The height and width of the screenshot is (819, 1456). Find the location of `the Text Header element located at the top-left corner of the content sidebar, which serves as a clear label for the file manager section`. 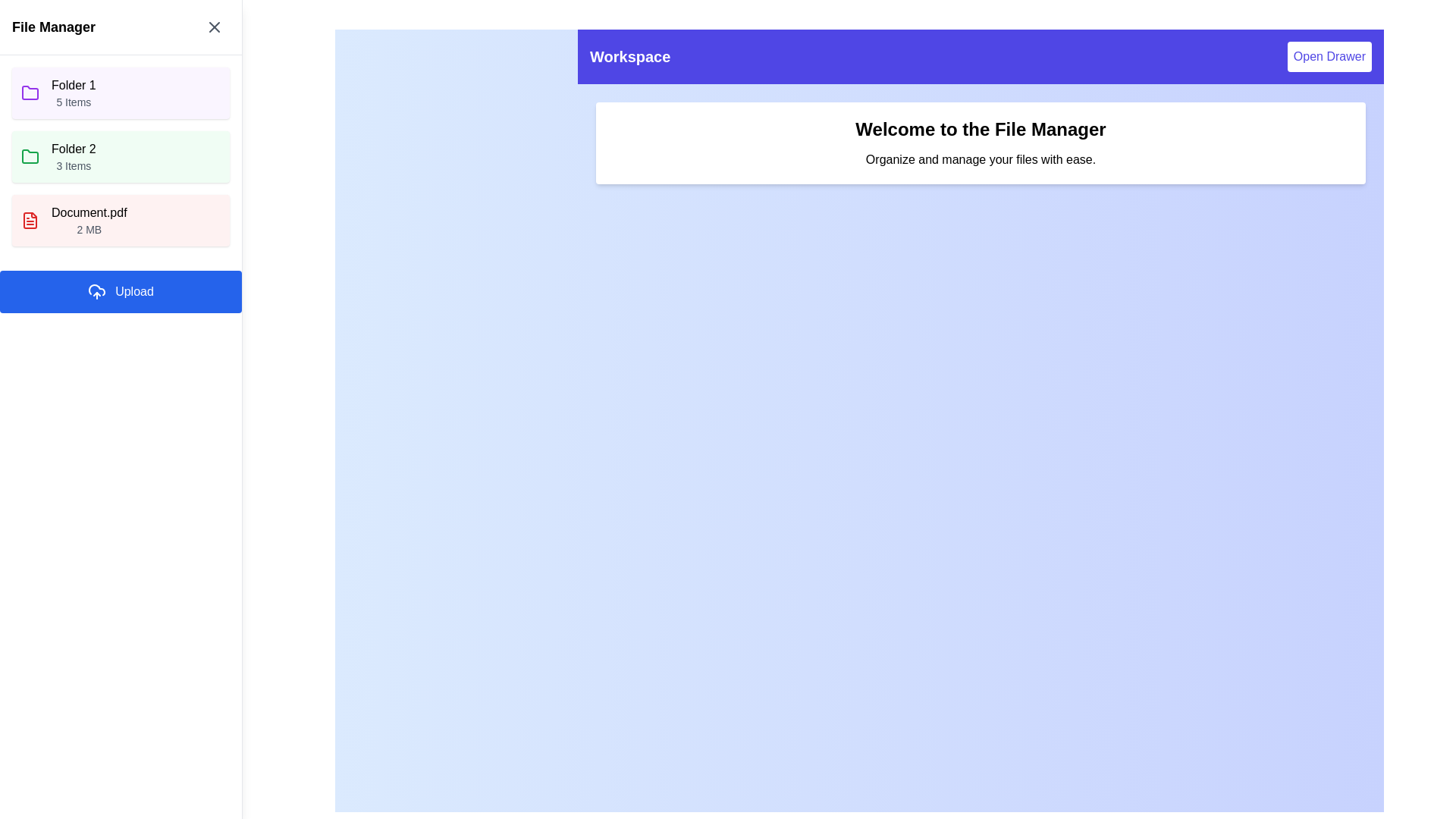

the Text Header element located at the top-left corner of the content sidebar, which serves as a clear label for the file manager section is located at coordinates (54, 27).